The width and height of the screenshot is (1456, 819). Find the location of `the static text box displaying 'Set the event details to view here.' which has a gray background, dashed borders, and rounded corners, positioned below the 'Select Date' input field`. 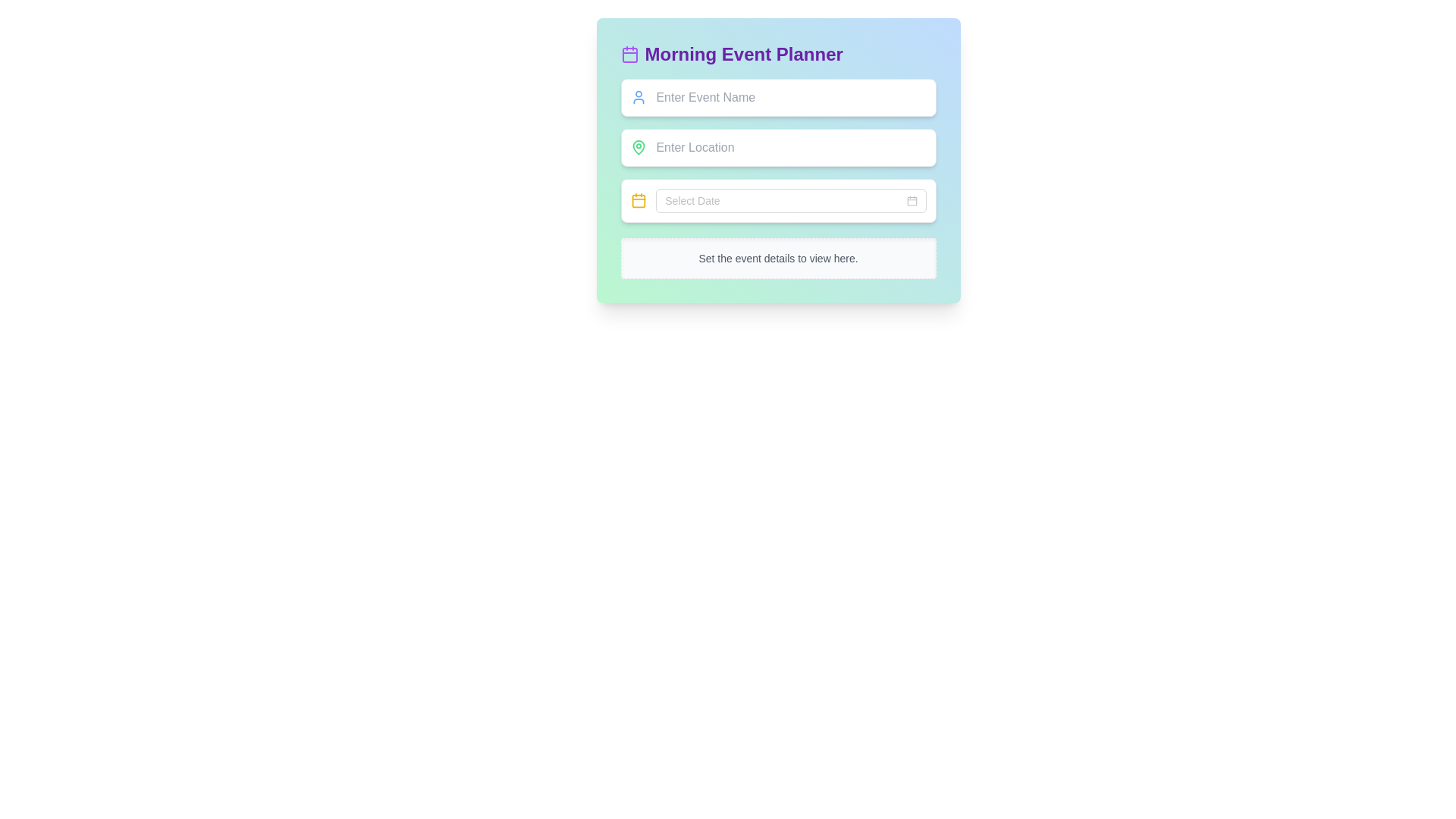

the static text box displaying 'Set the event details to view here.' which has a gray background, dashed borders, and rounded corners, positioned below the 'Select Date' input field is located at coordinates (778, 257).